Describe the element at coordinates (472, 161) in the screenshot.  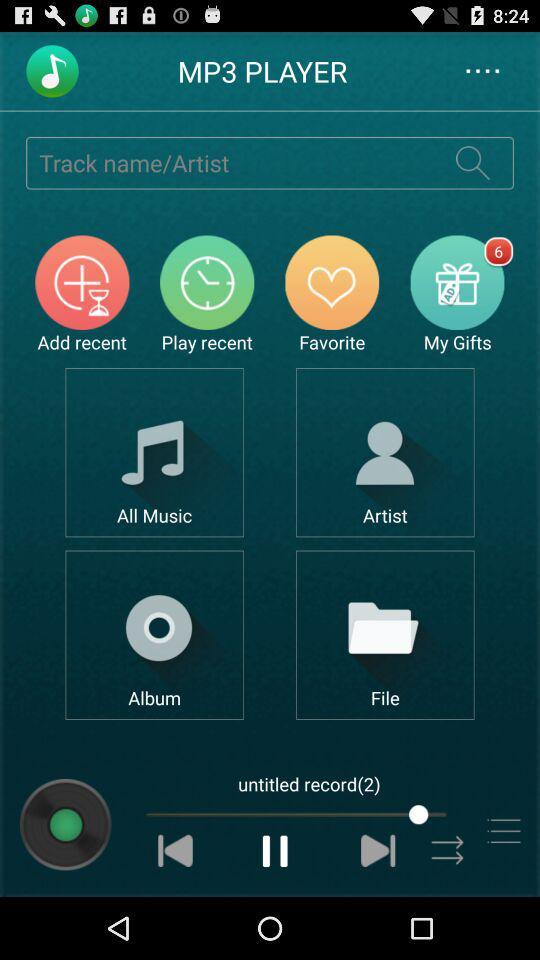
I see `search music` at that location.